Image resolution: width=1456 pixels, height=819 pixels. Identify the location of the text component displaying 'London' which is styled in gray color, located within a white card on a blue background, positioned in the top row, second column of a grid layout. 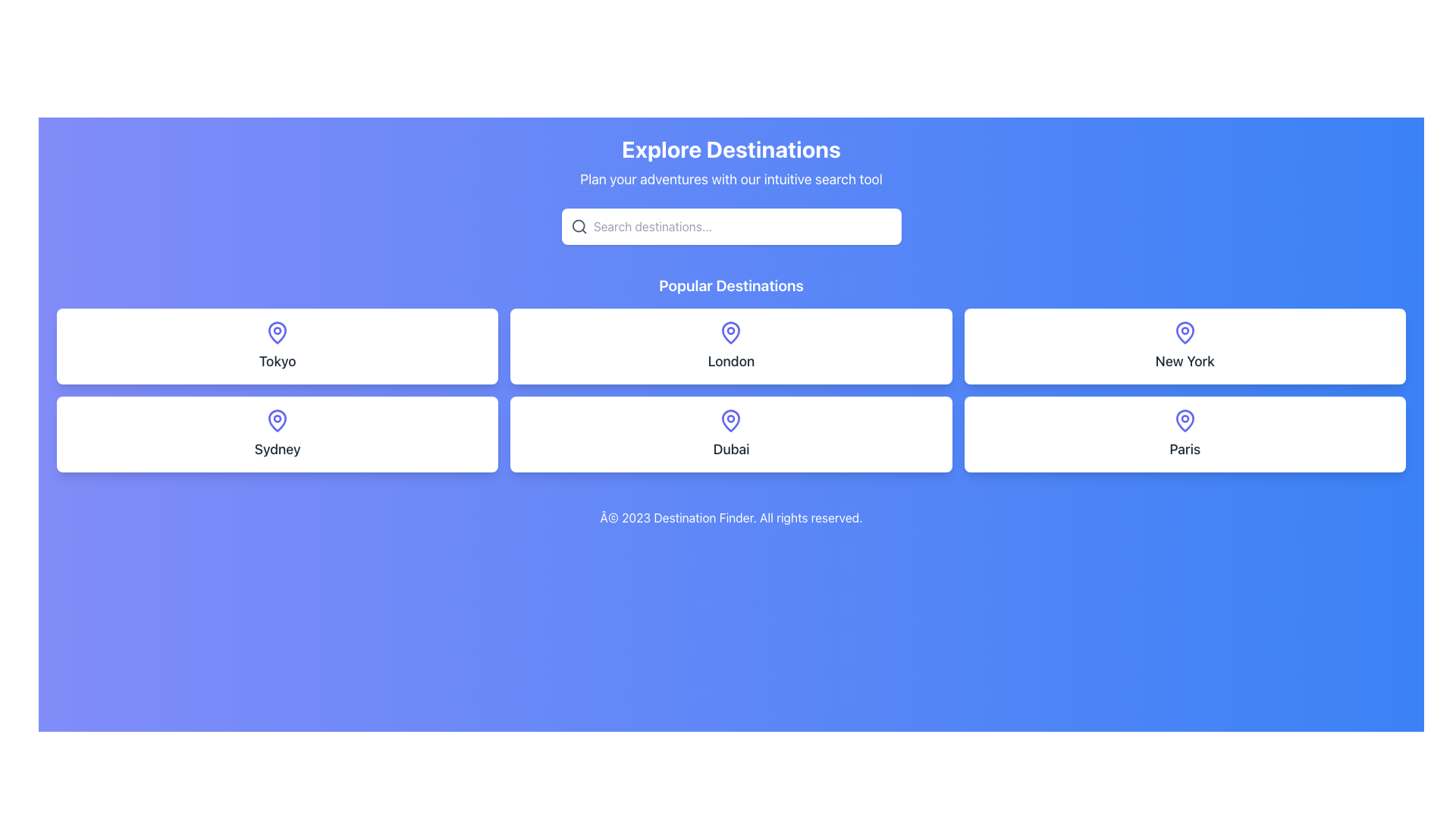
(731, 362).